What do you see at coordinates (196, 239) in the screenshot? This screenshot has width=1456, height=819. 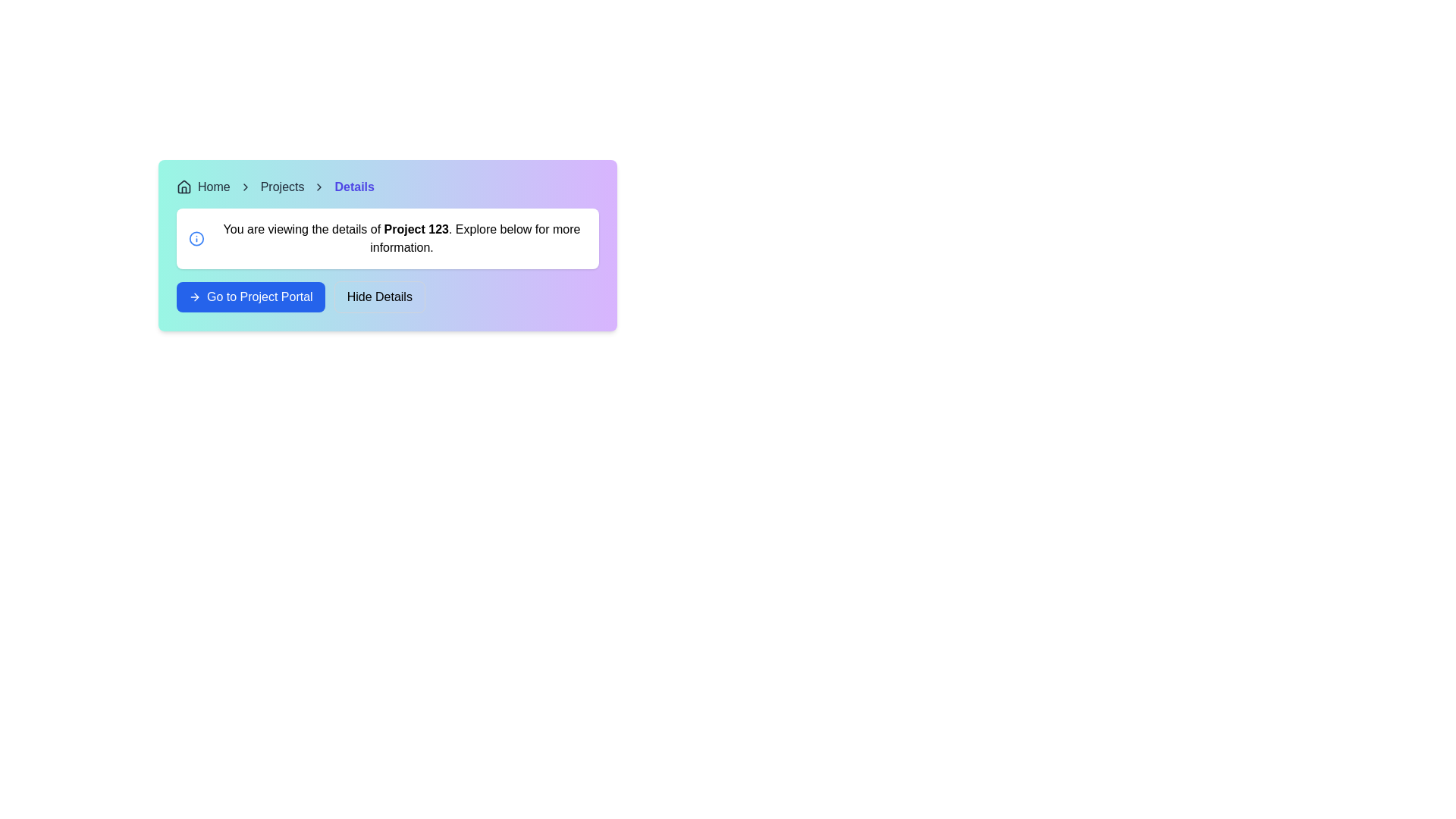 I see `the circular graphical element that serves as part of an icon representing information or status, located to the left of a descriptive text message in a card-like UI section` at bounding box center [196, 239].